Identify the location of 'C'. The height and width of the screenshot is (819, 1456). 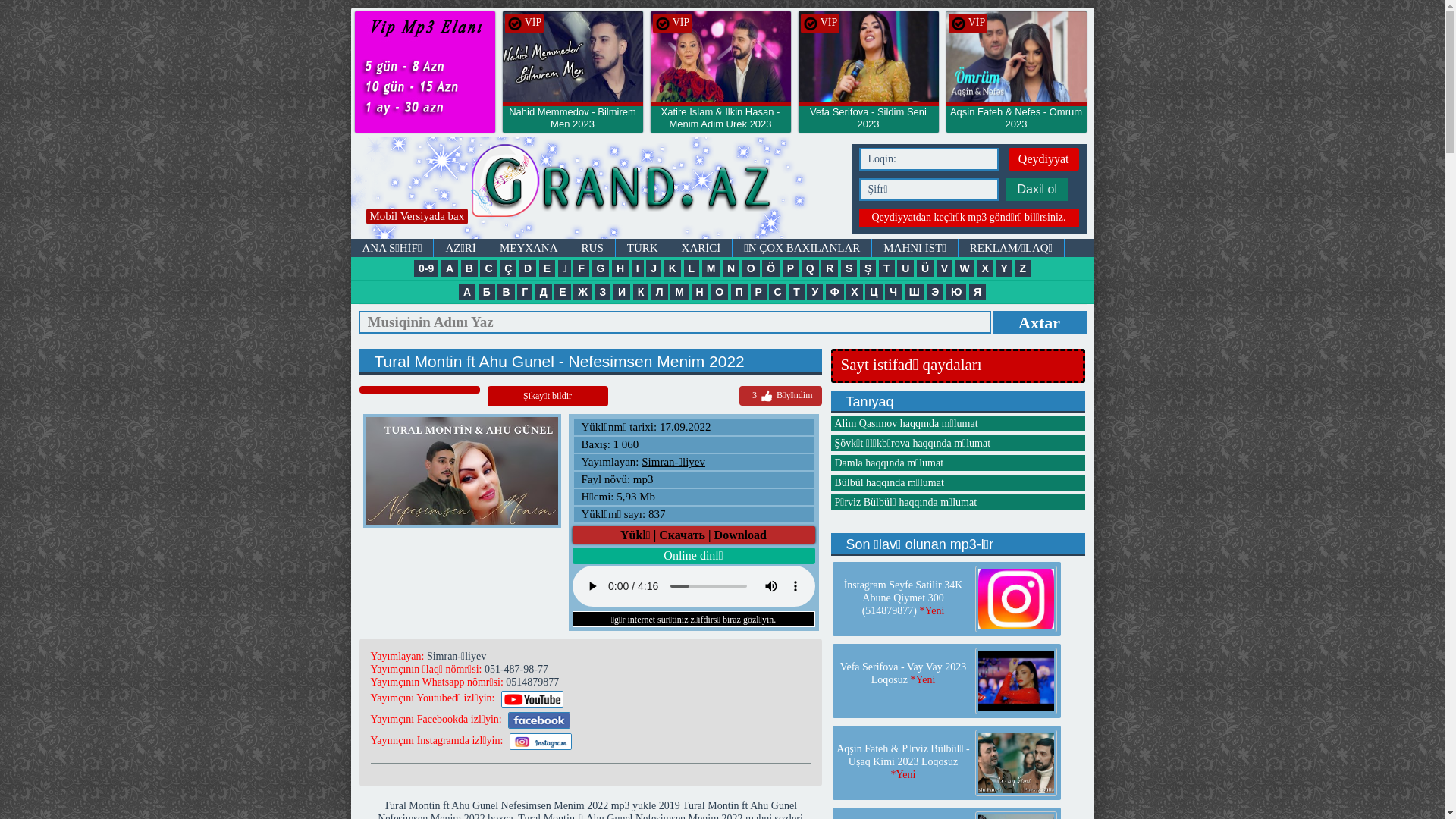
(488, 268).